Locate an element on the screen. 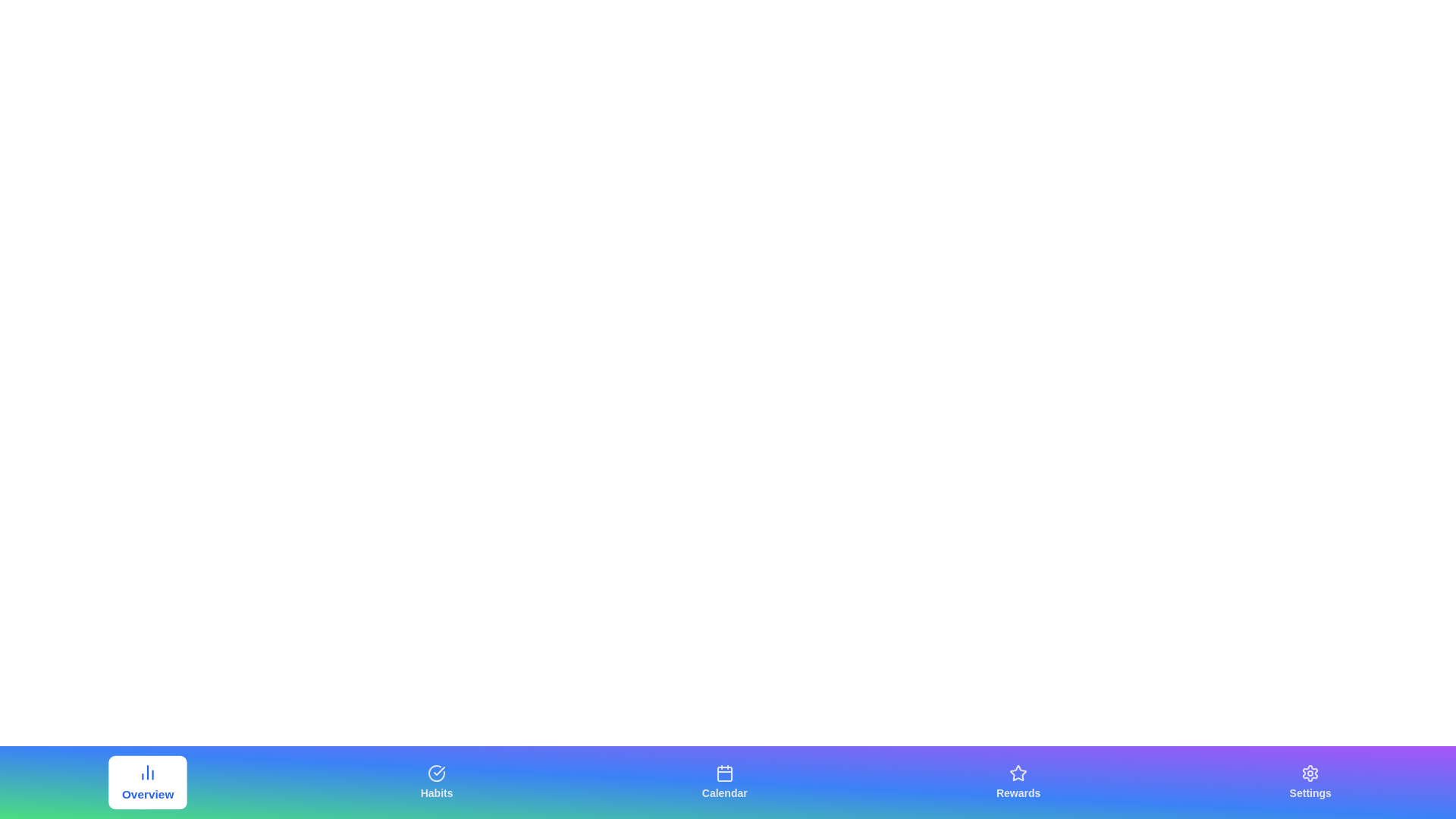 The image size is (1456, 819). the Overview button to navigate to the corresponding tab is located at coordinates (148, 783).